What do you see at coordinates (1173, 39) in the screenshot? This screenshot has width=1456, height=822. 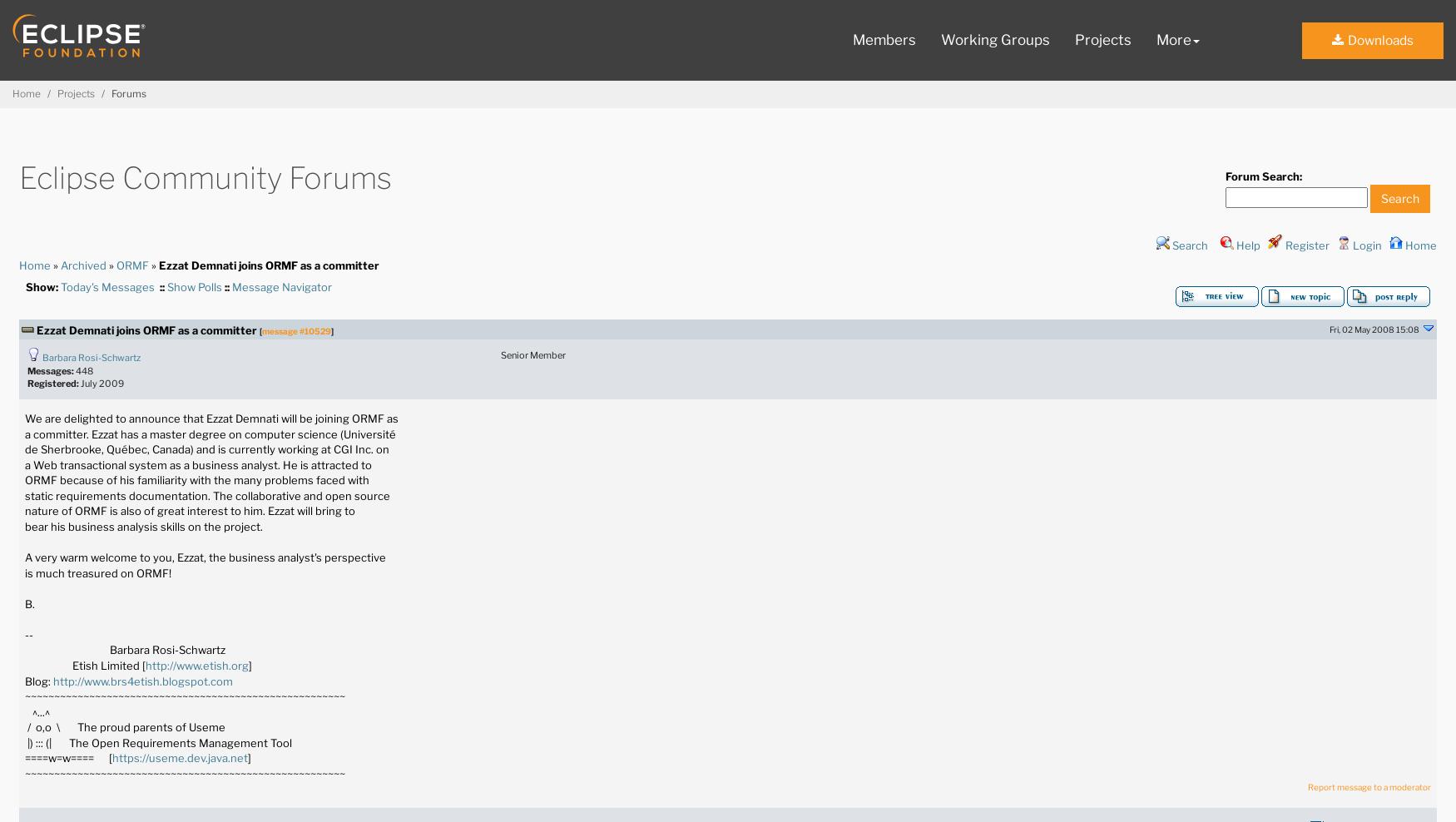 I see `'More'` at bounding box center [1173, 39].